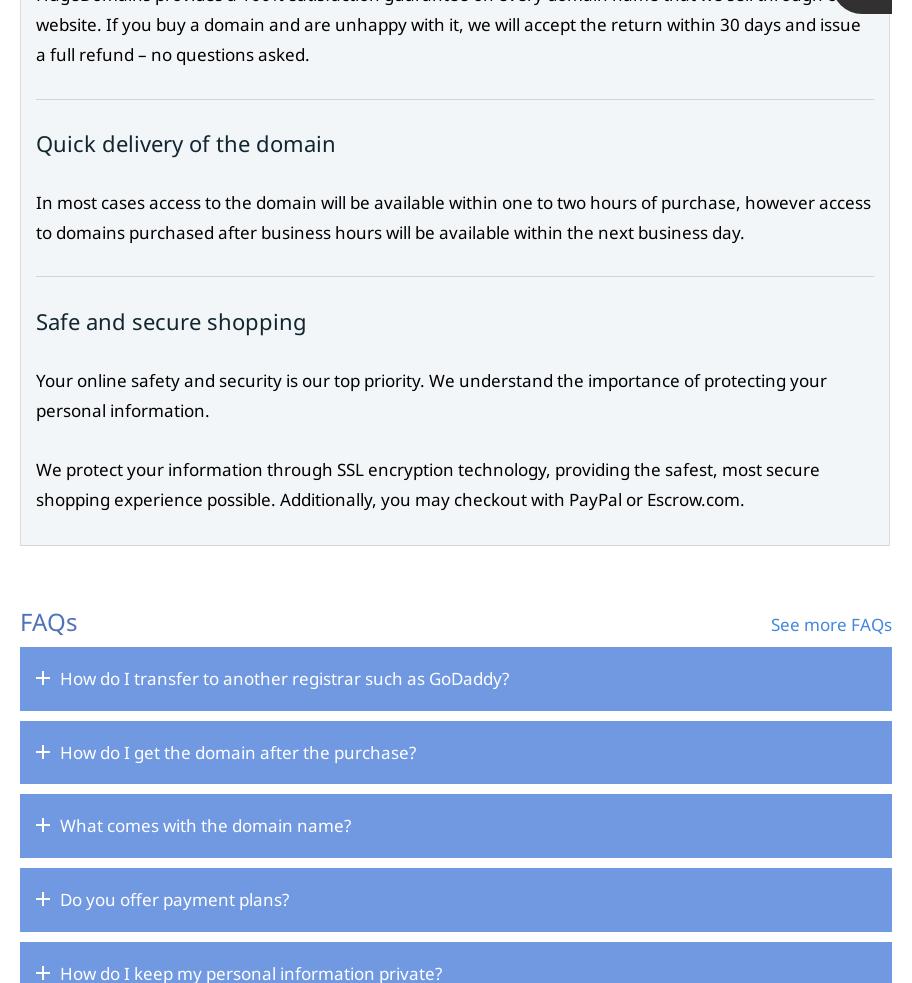  I want to click on 'We protect your information through SSL encryption technology, providing the safest, most secure shopping experience possible. Additionally, you may checkout with PayPal or Escrow.com.', so click(427, 483).